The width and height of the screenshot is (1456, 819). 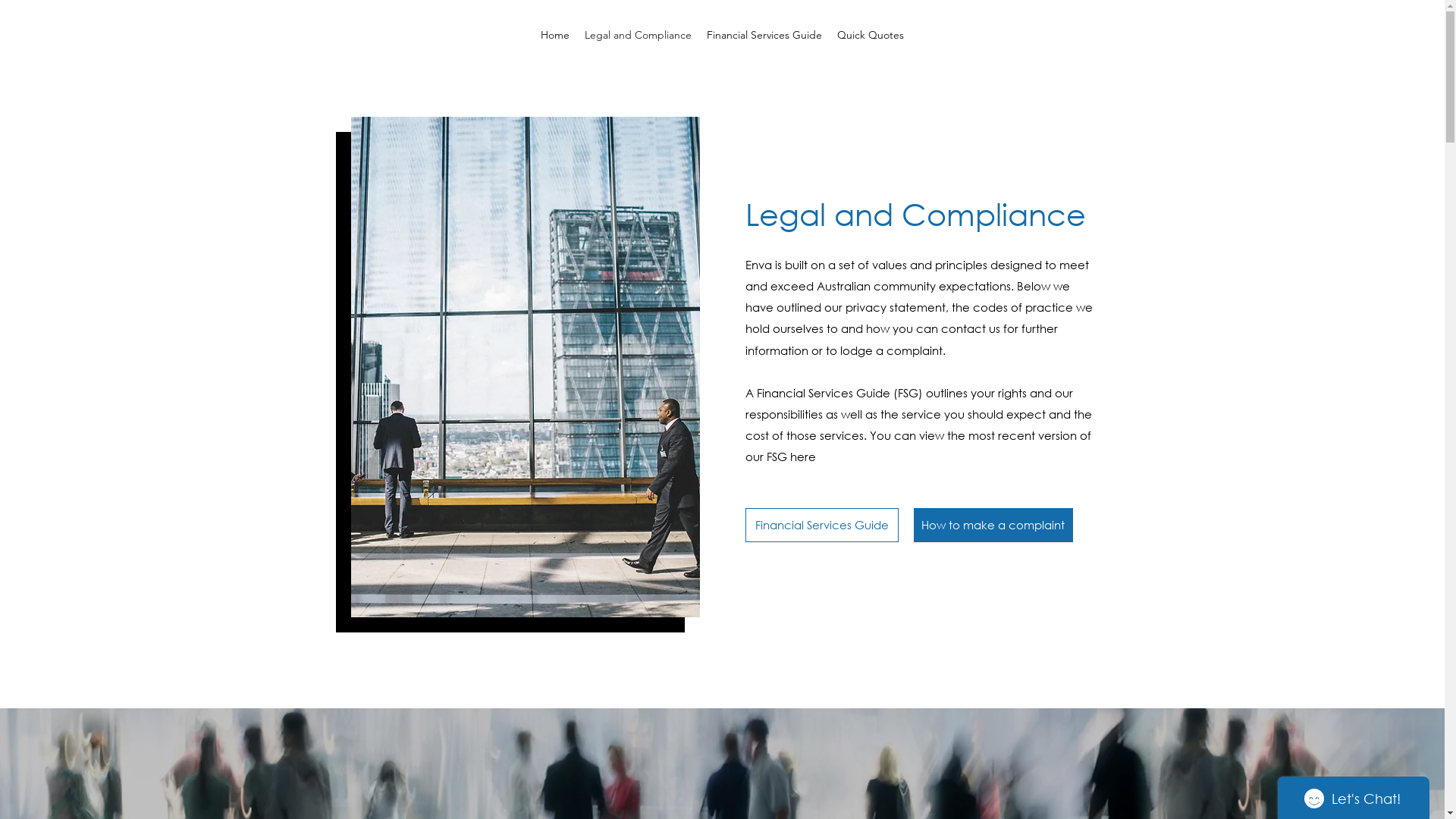 What do you see at coordinates (764, 34) in the screenshot?
I see `'Financial Services Guide'` at bounding box center [764, 34].